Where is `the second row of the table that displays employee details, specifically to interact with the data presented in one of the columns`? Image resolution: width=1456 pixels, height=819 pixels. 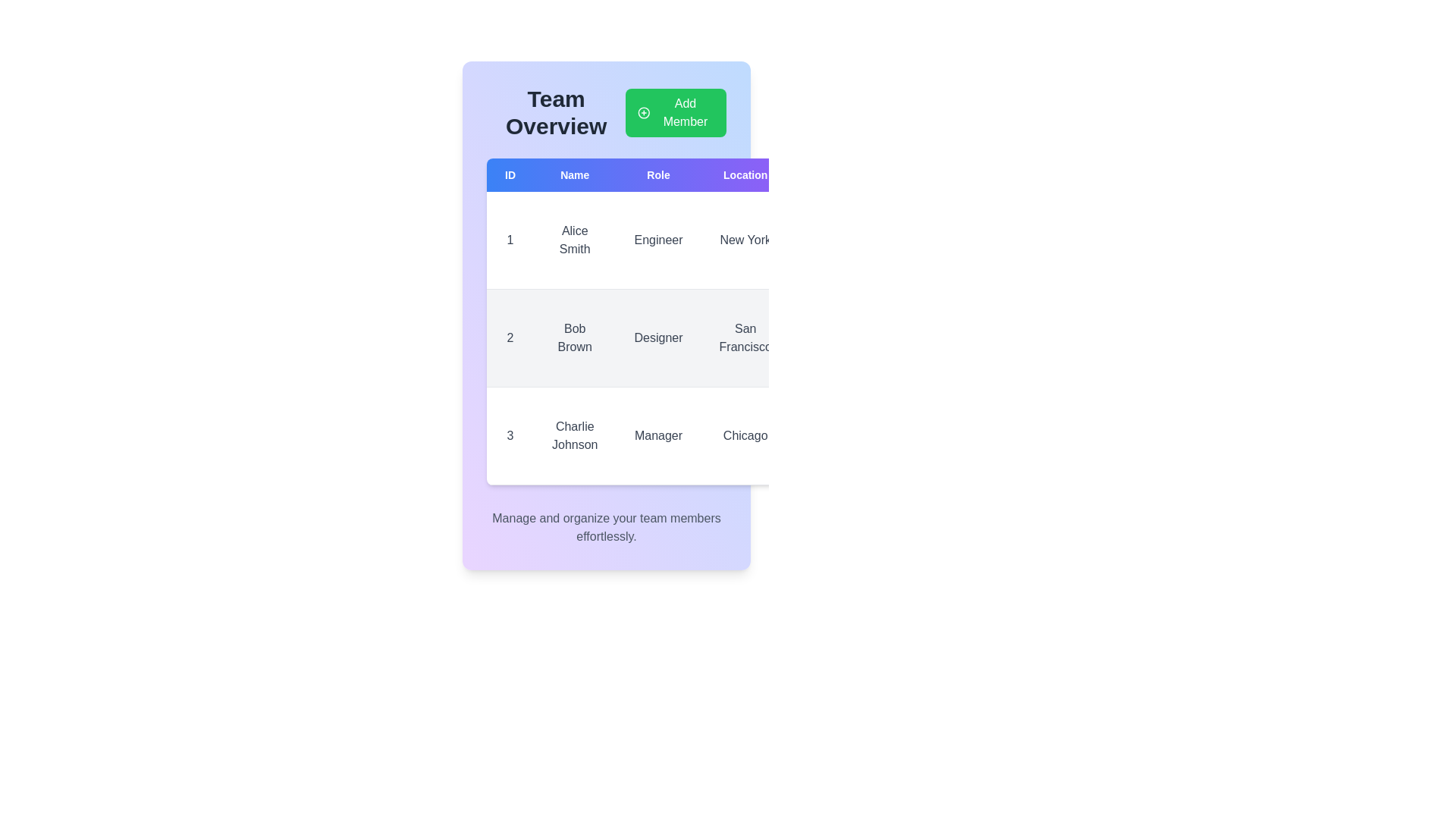 the second row of the table that displays employee details, specifically to interact with the data presented in one of the columns is located at coordinates (675, 337).